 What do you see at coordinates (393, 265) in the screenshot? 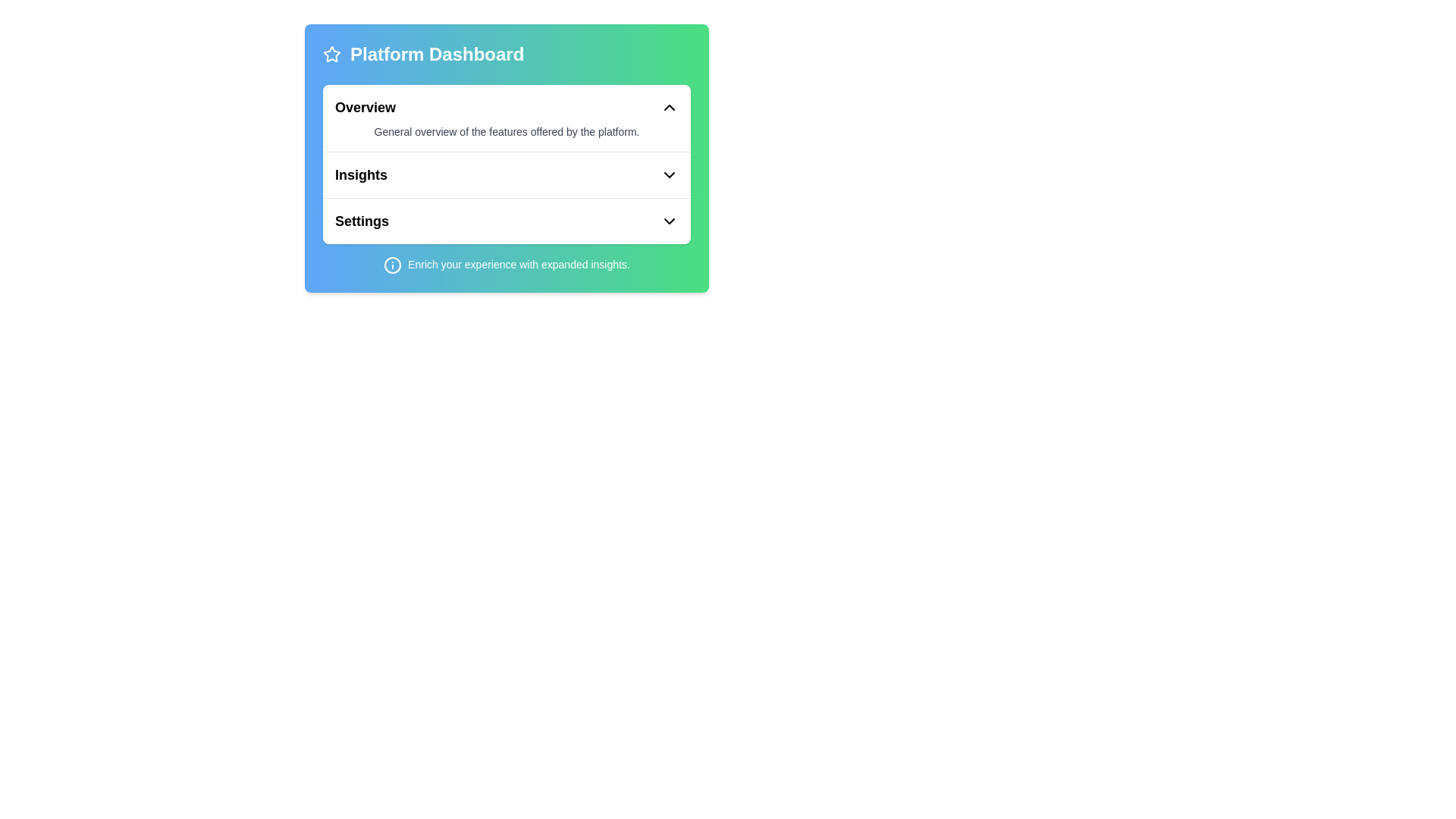
I see `the circular blue and white information icon located in the bottom section of the 'Platform Dashboard' card, which is next to the text 'Enrich your experience with expanded insights.'` at bounding box center [393, 265].